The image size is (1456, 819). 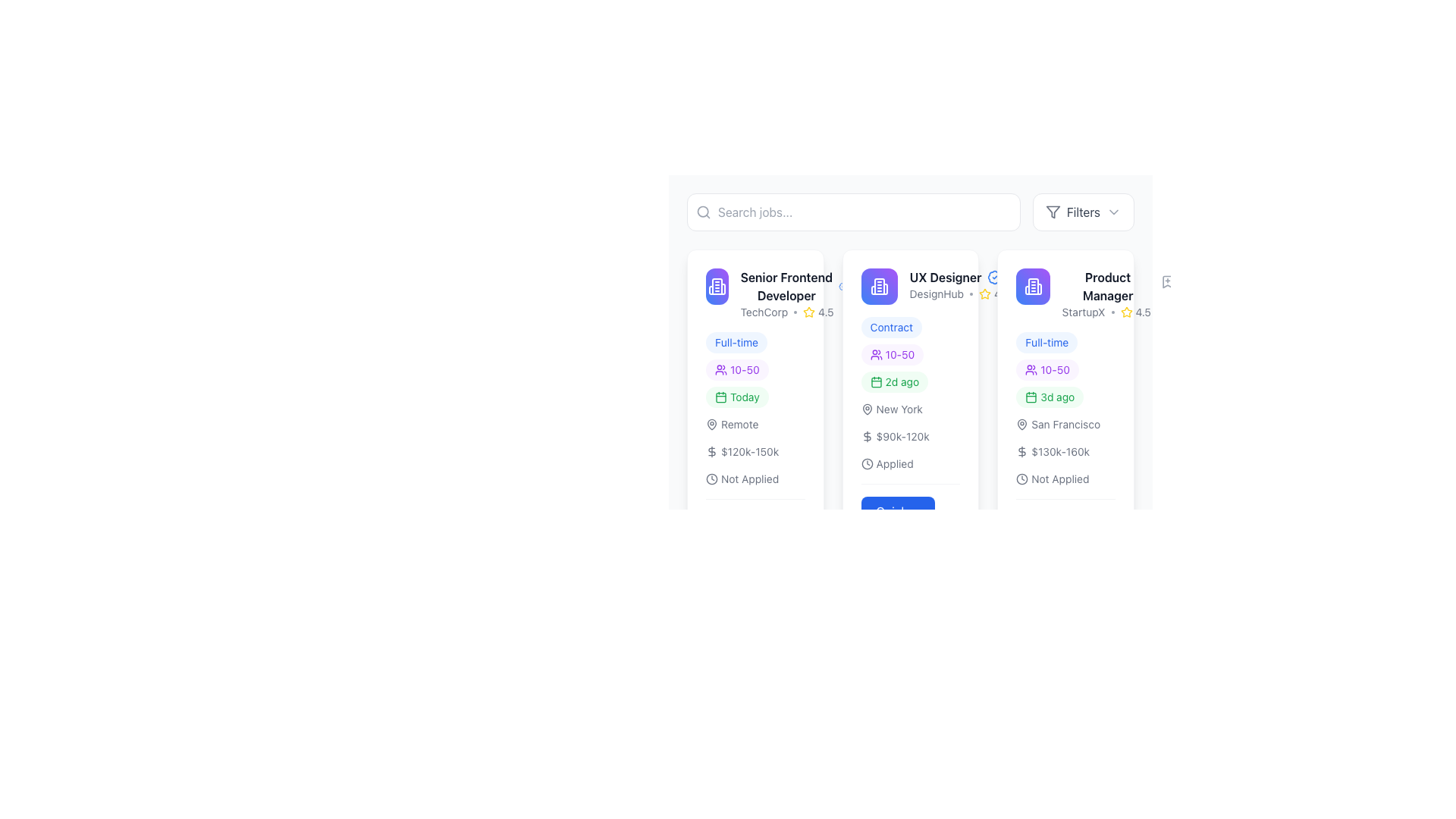 I want to click on 'Product Manager' text label, which is a bold and dark-colored element located at the top-center of the job listing card, so click(x=1108, y=287).